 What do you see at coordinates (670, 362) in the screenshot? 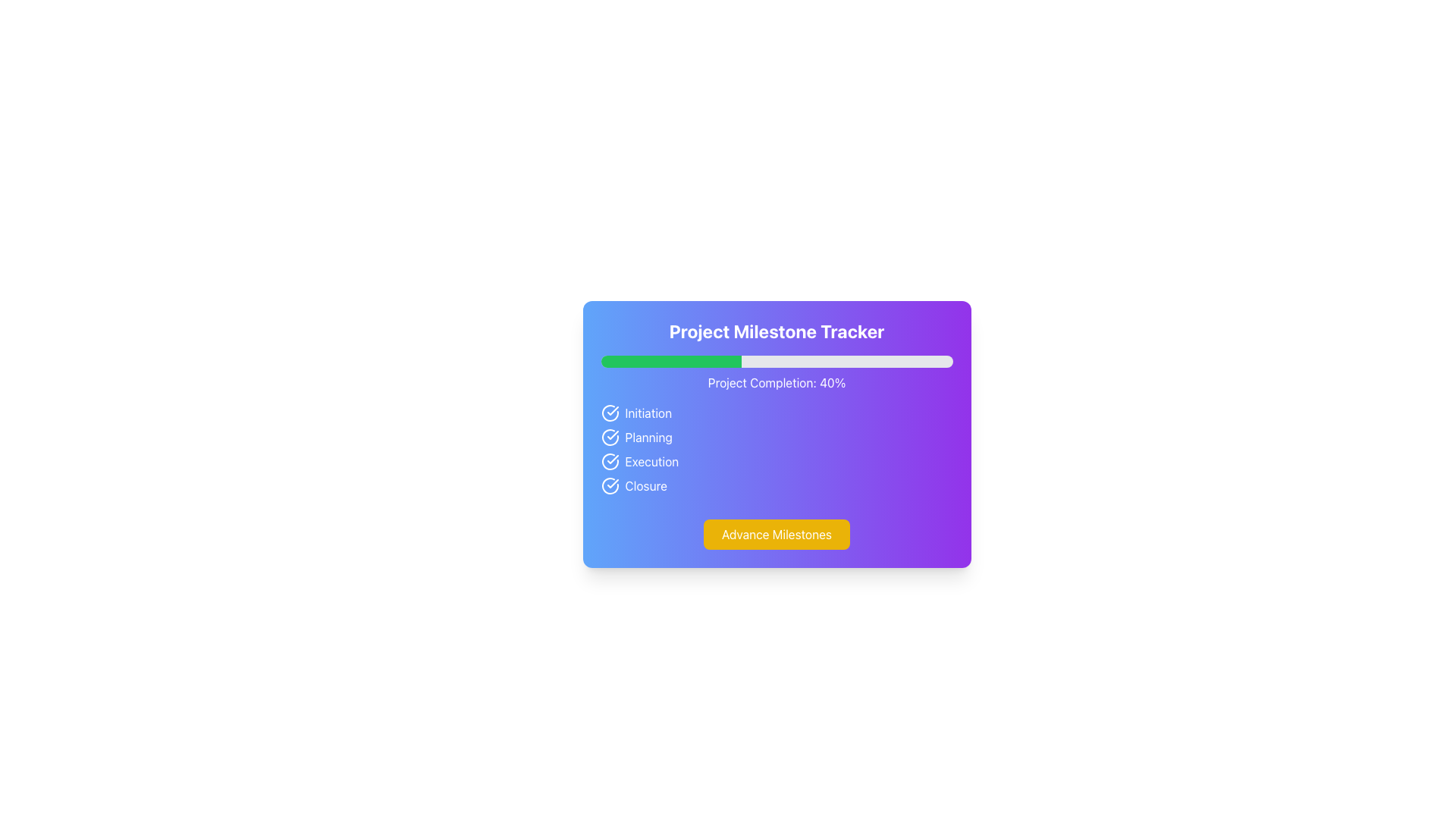
I see `the Progress Indicator that visually represents 40% completion within the 'Project Milestone Tracker' card` at bounding box center [670, 362].